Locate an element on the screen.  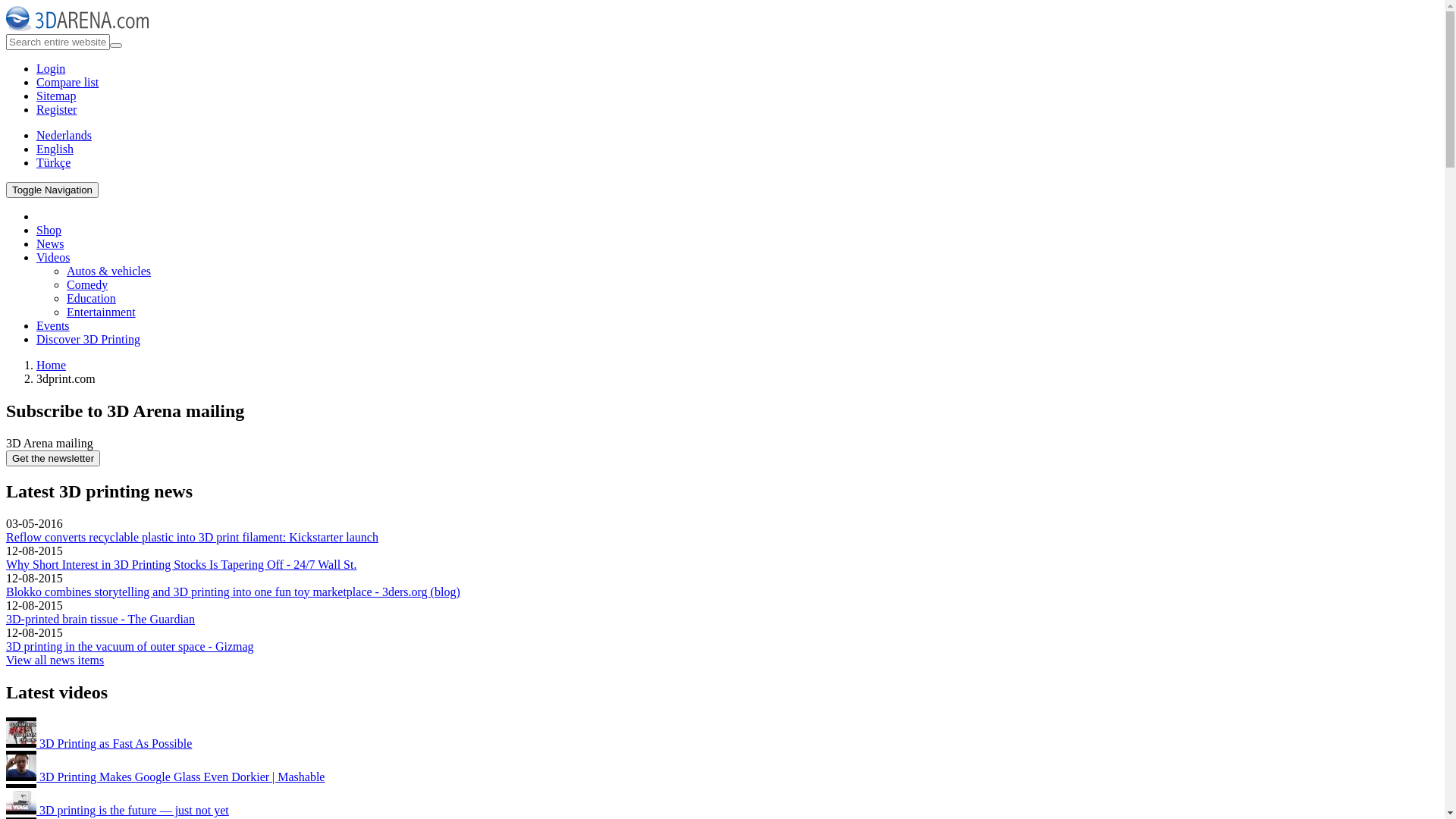
'Toggle Navigation' is located at coordinates (52, 189).